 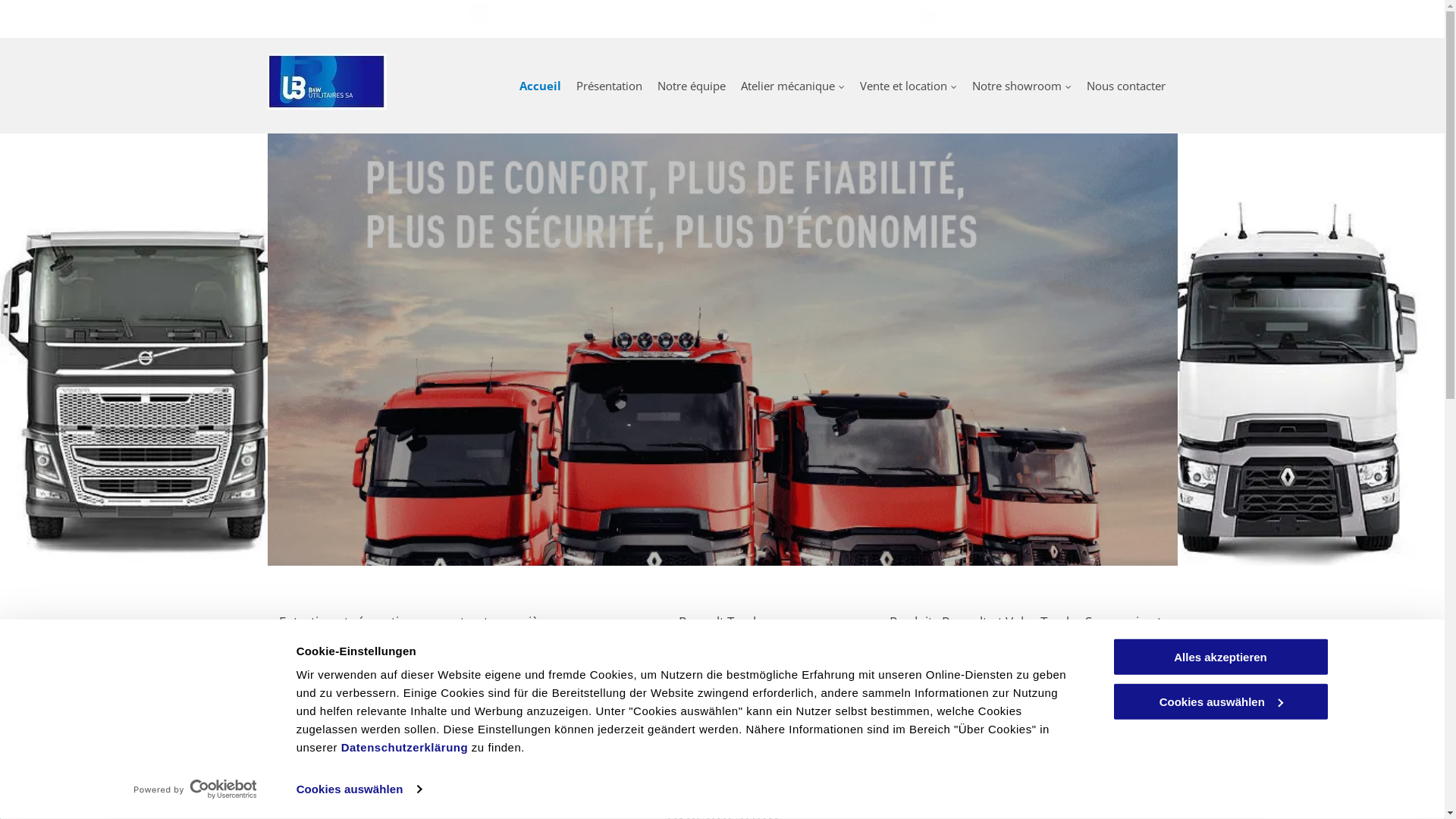 What do you see at coordinates (1219, 656) in the screenshot?
I see `'Alles akzeptieren'` at bounding box center [1219, 656].